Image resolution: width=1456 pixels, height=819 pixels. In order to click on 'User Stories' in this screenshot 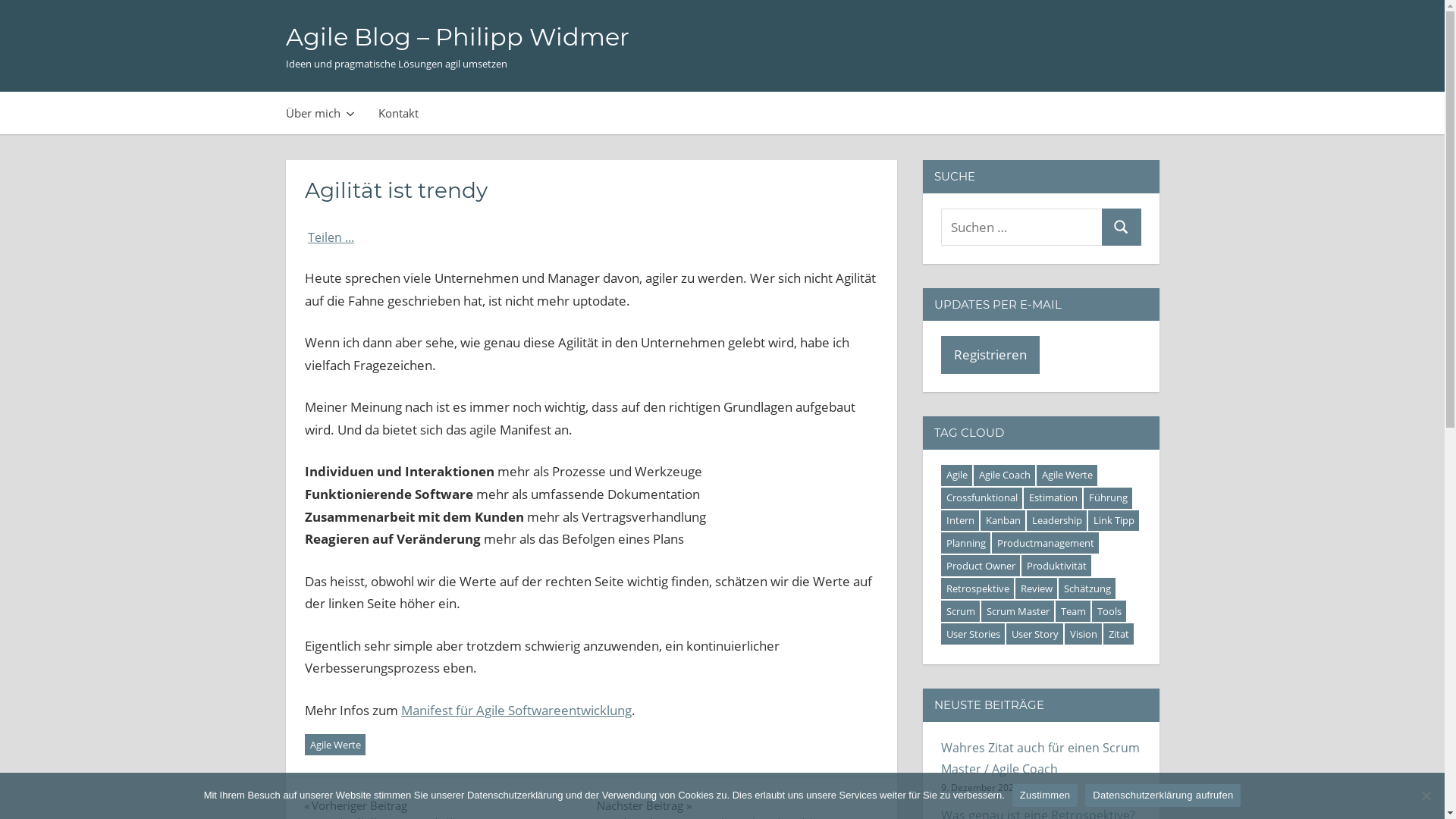, I will do `click(972, 634)`.